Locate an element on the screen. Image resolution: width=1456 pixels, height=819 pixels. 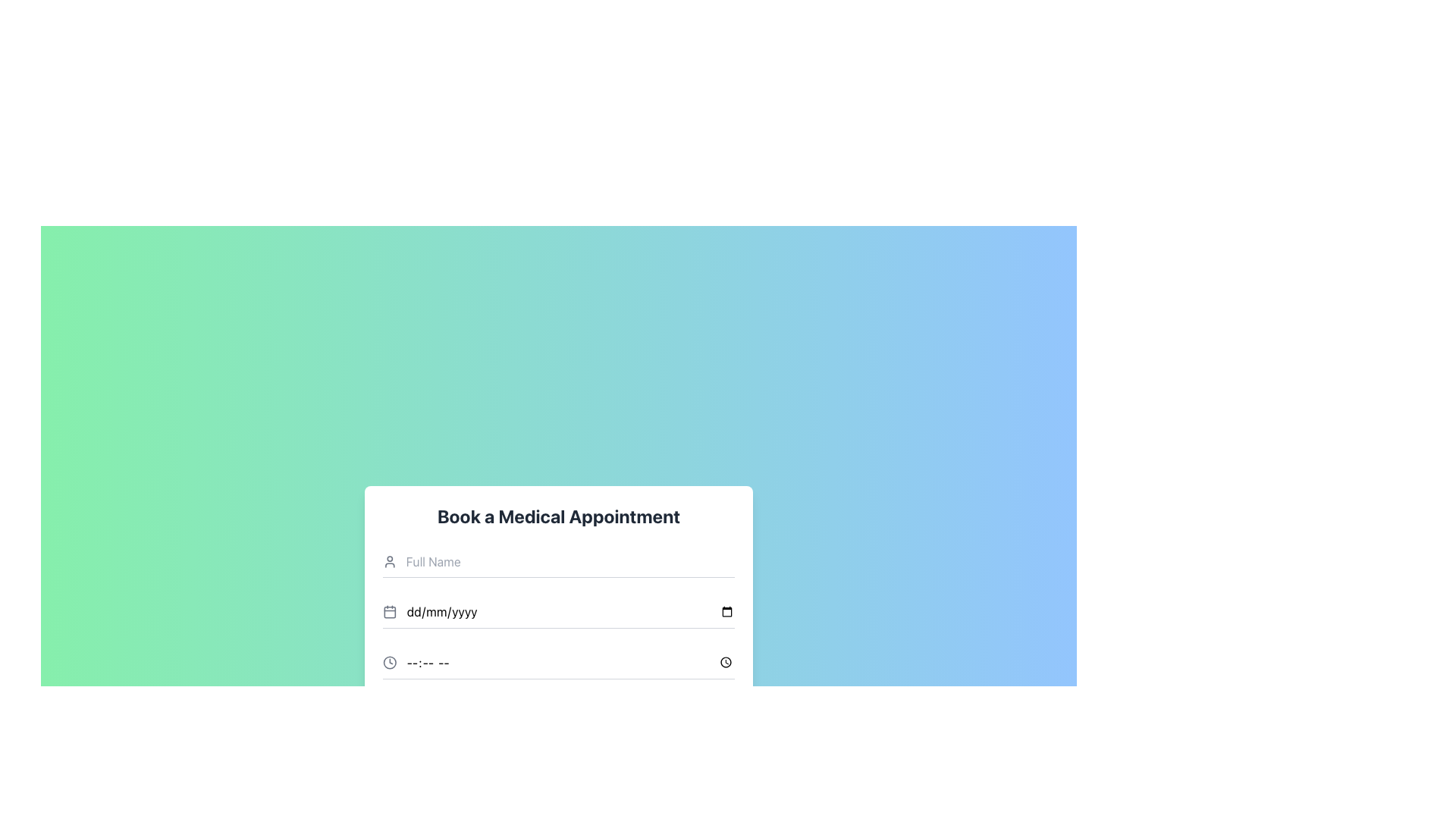
the clock icon located to the left of the 'Appointment Time' input field in the 'Book a Medical Appointment' form is located at coordinates (390, 661).